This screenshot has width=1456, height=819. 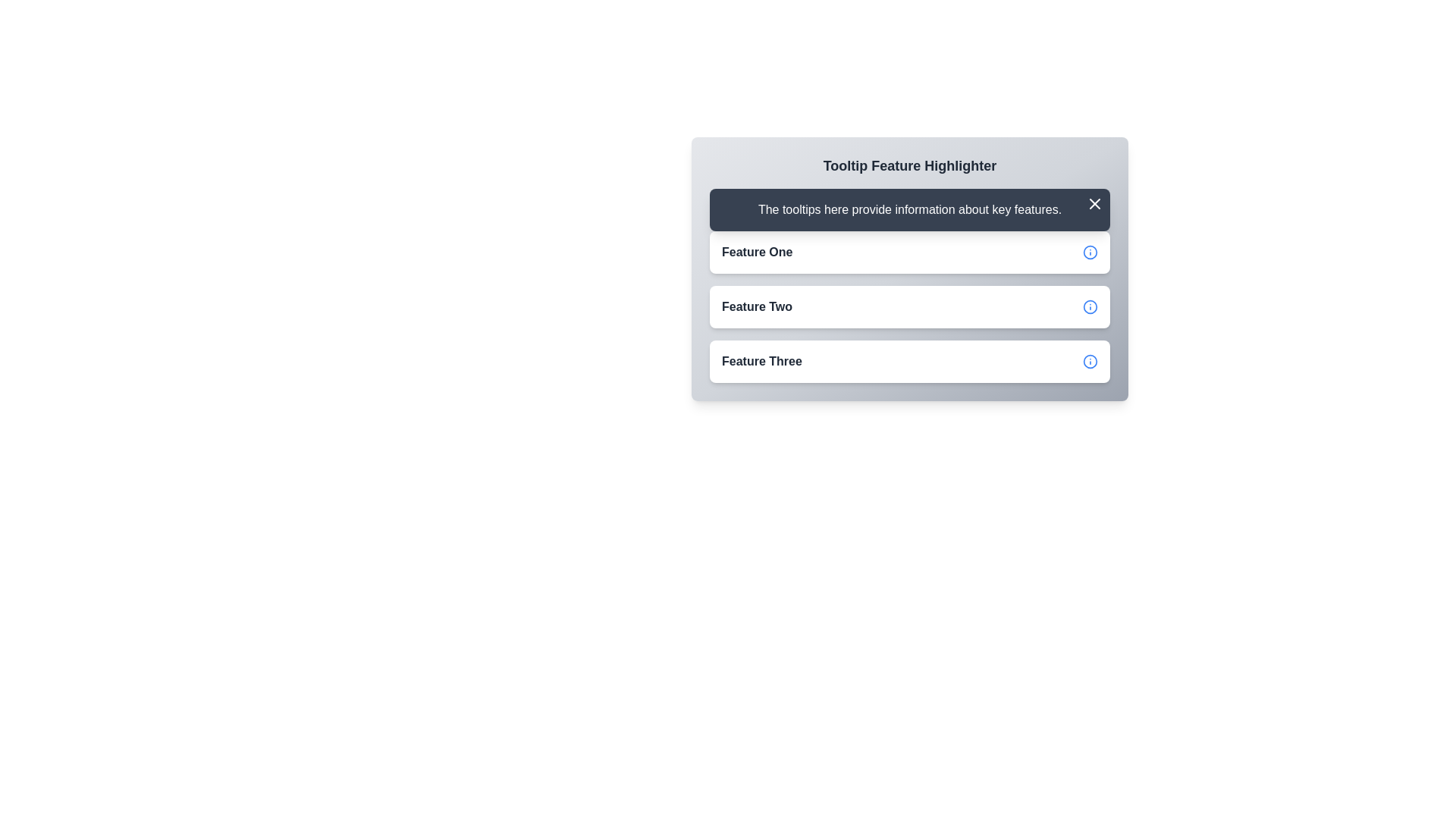 I want to click on the SVG Circle element with a radius of 10 units that is part of an icon located to the right of the 'Feature One' button, so click(x=1090, y=251).